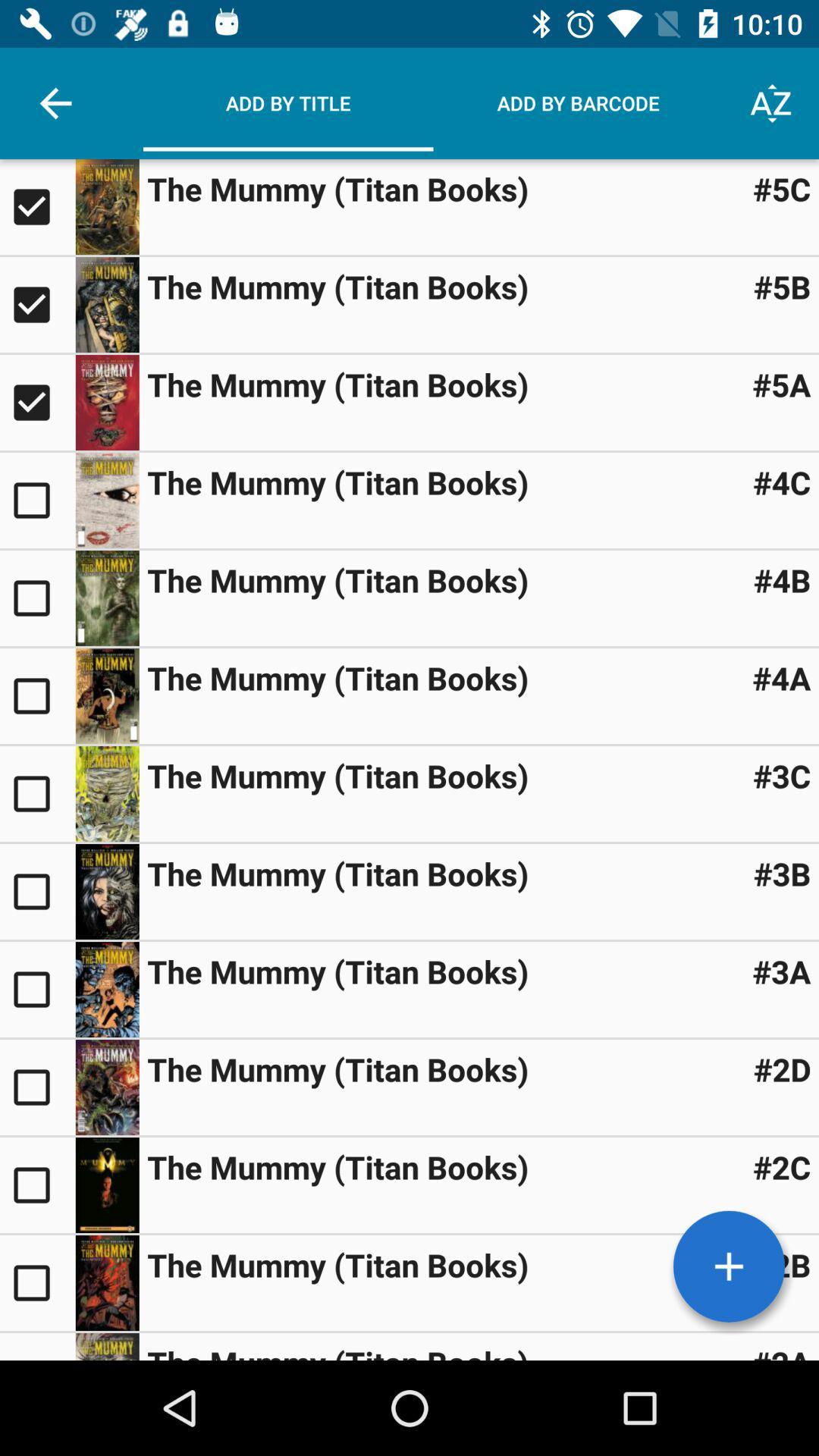 The height and width of the screenshot is (1456, 819). I want to click on book select checkbox, so click(36, 206).